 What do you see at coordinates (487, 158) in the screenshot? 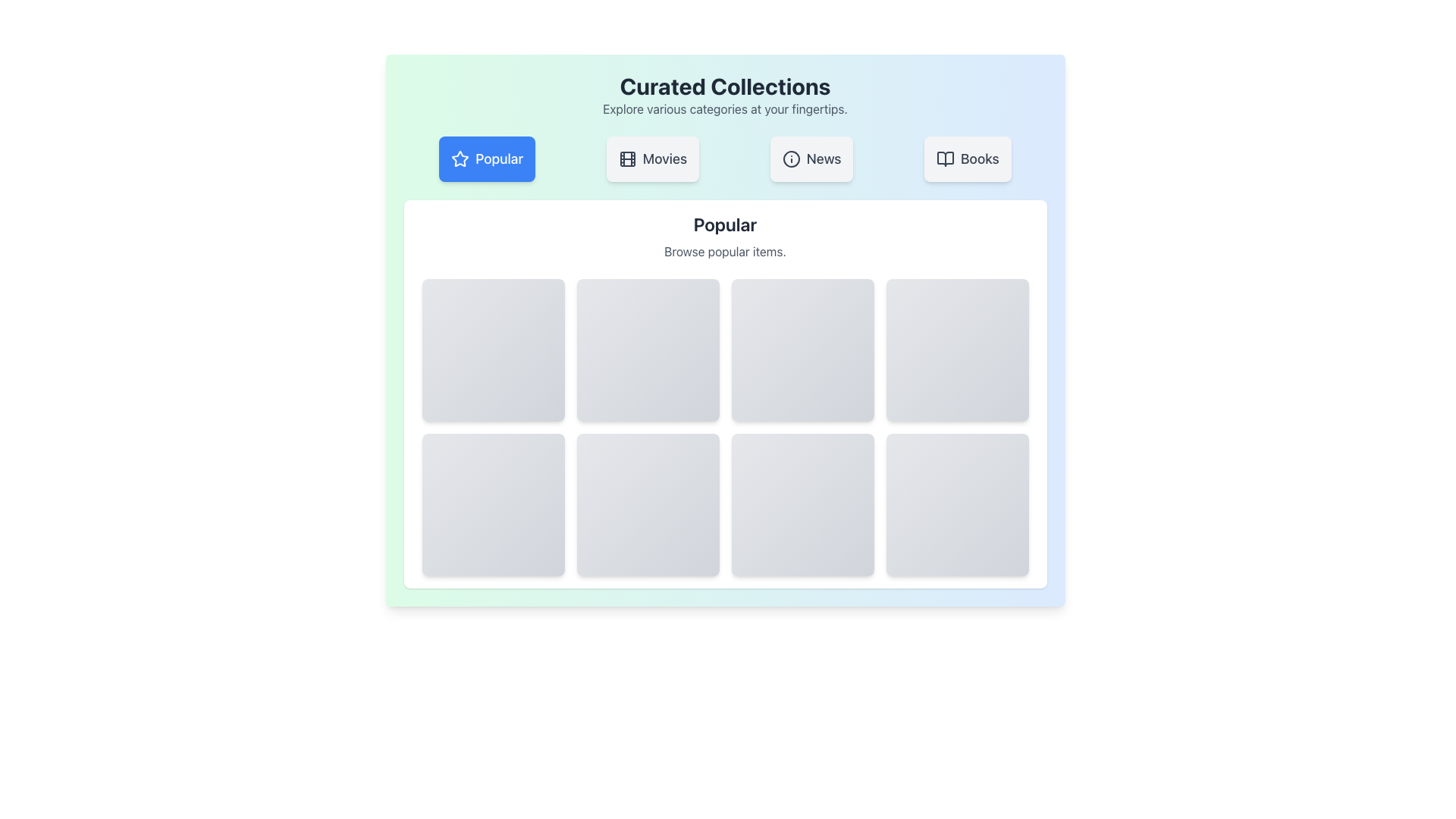
I see `the 'Popular' button, which is a vibrant blue rectangular button with rounded corners, featuring a white star icon and bold white text` at bounding box center [487, 158].